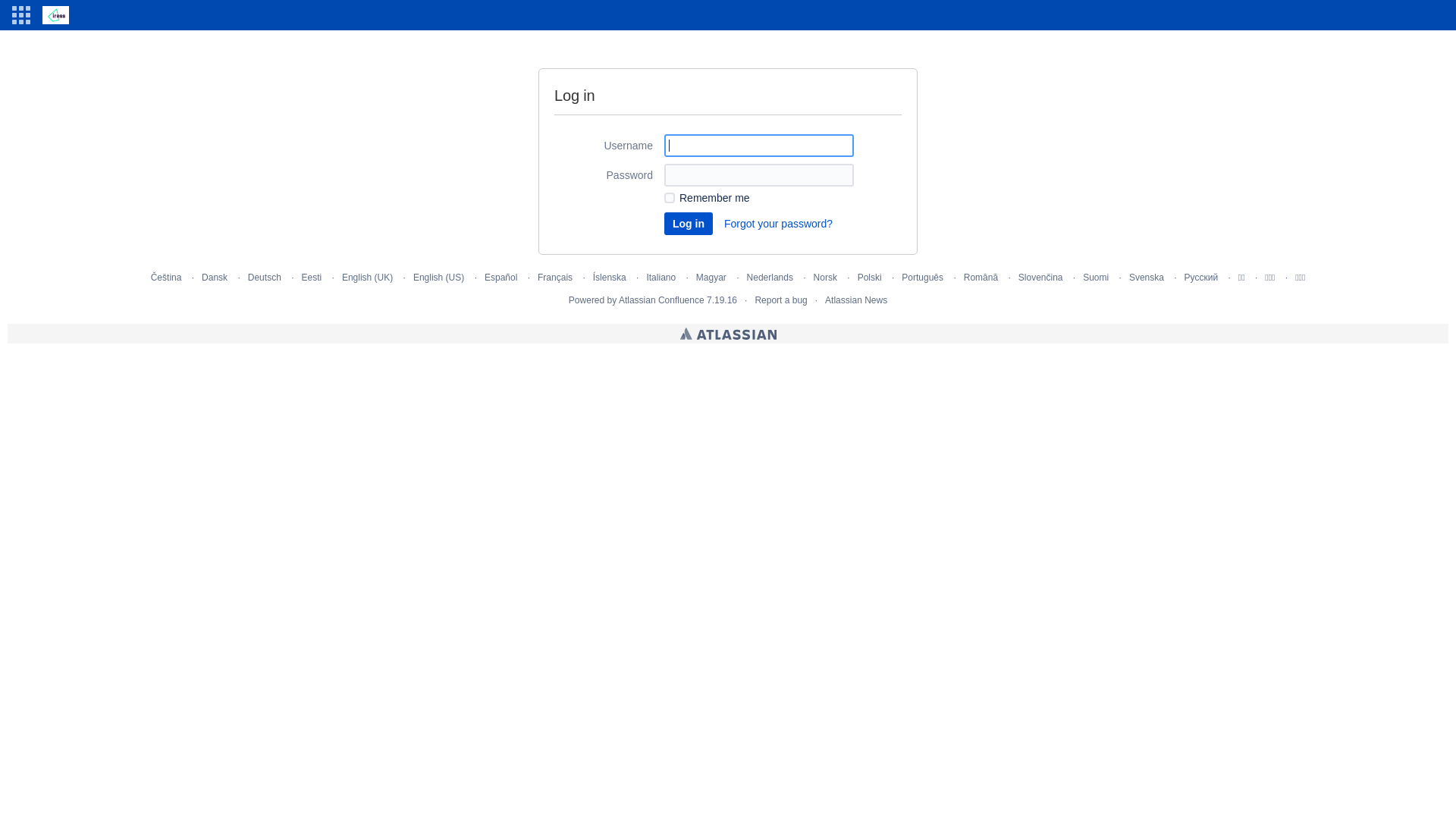 Image resolution: width=1456 pixels, height=819 pixels. I want to click on 'English (UK)', so click(367, 278).